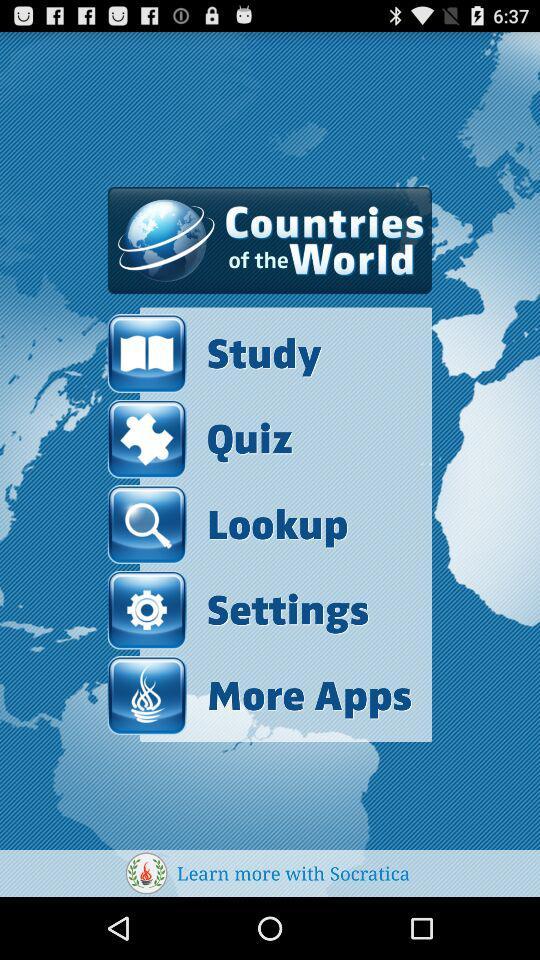  Describe the element at coordinates (200, 439) in the screenshot. I see `the icon below the study` at that location.